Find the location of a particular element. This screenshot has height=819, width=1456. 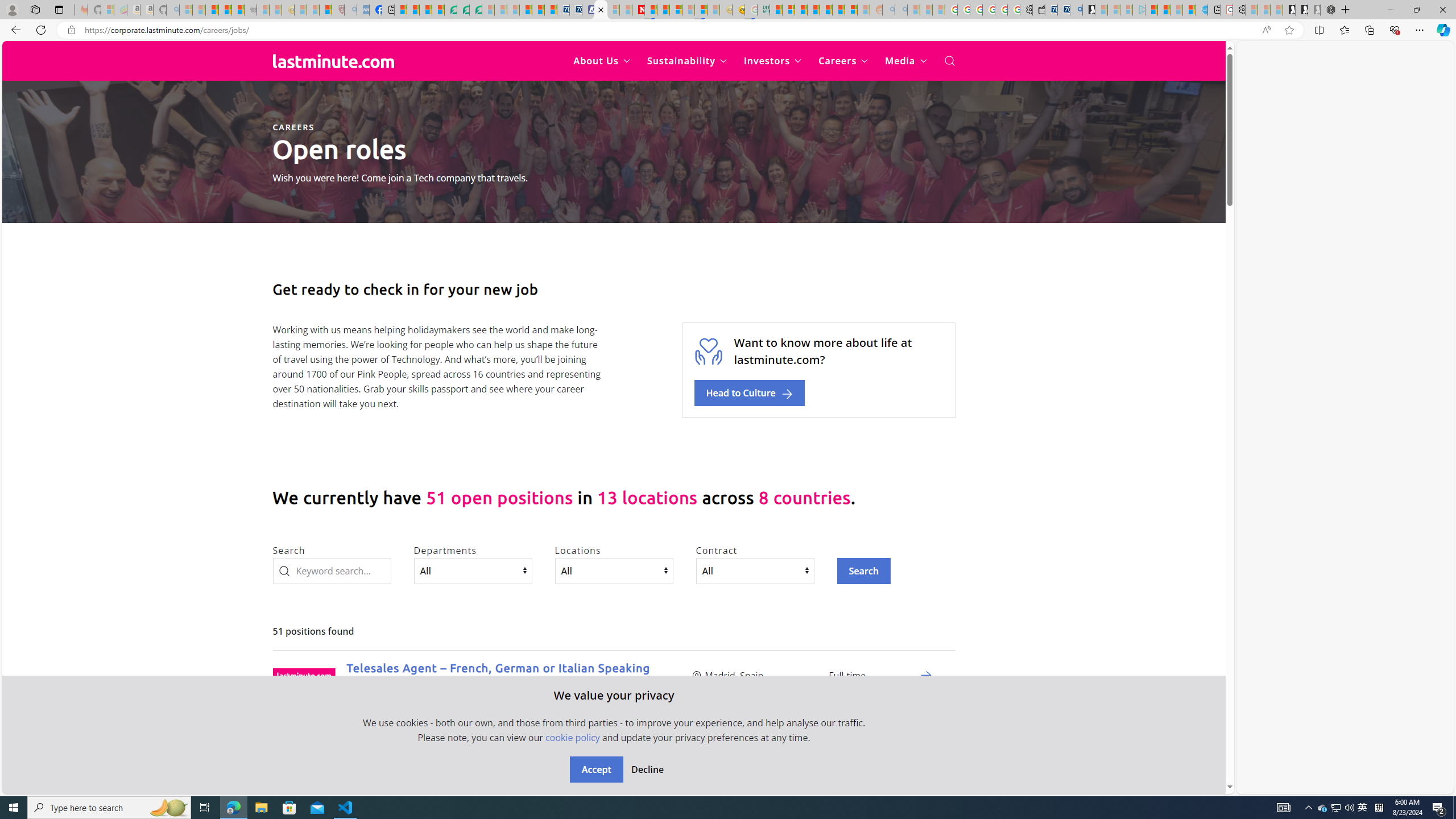

'Play Free Online Games | Games from Microsoft Start' is located at coordinates (1289, 9).